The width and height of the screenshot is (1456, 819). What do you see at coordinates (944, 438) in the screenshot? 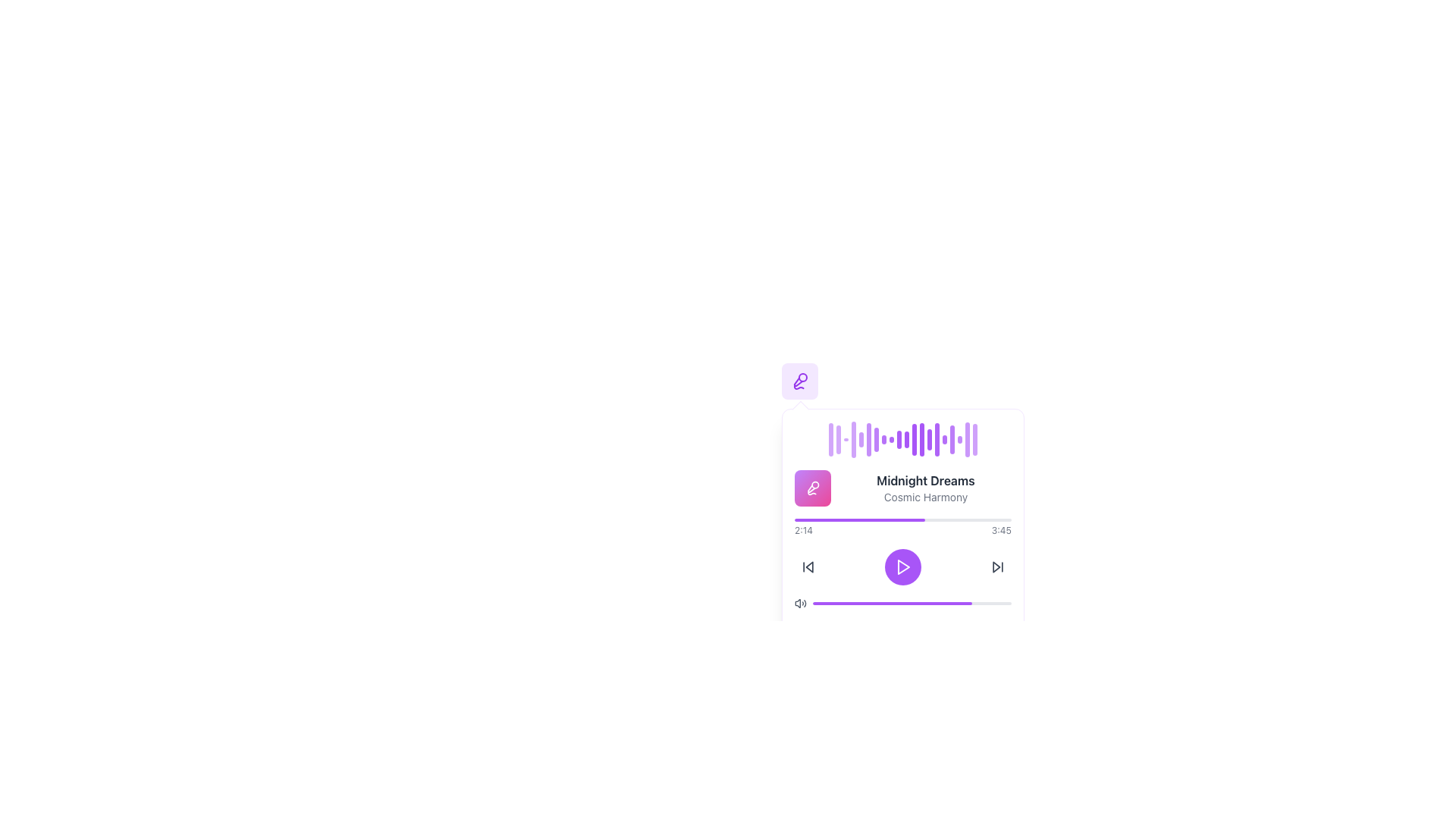
I see `the animation of the decorative vertical bar with a purple fill color and pulsating animation, located as the 16th bar from the left in the waveform sequence` at bounding box center [944, 438].